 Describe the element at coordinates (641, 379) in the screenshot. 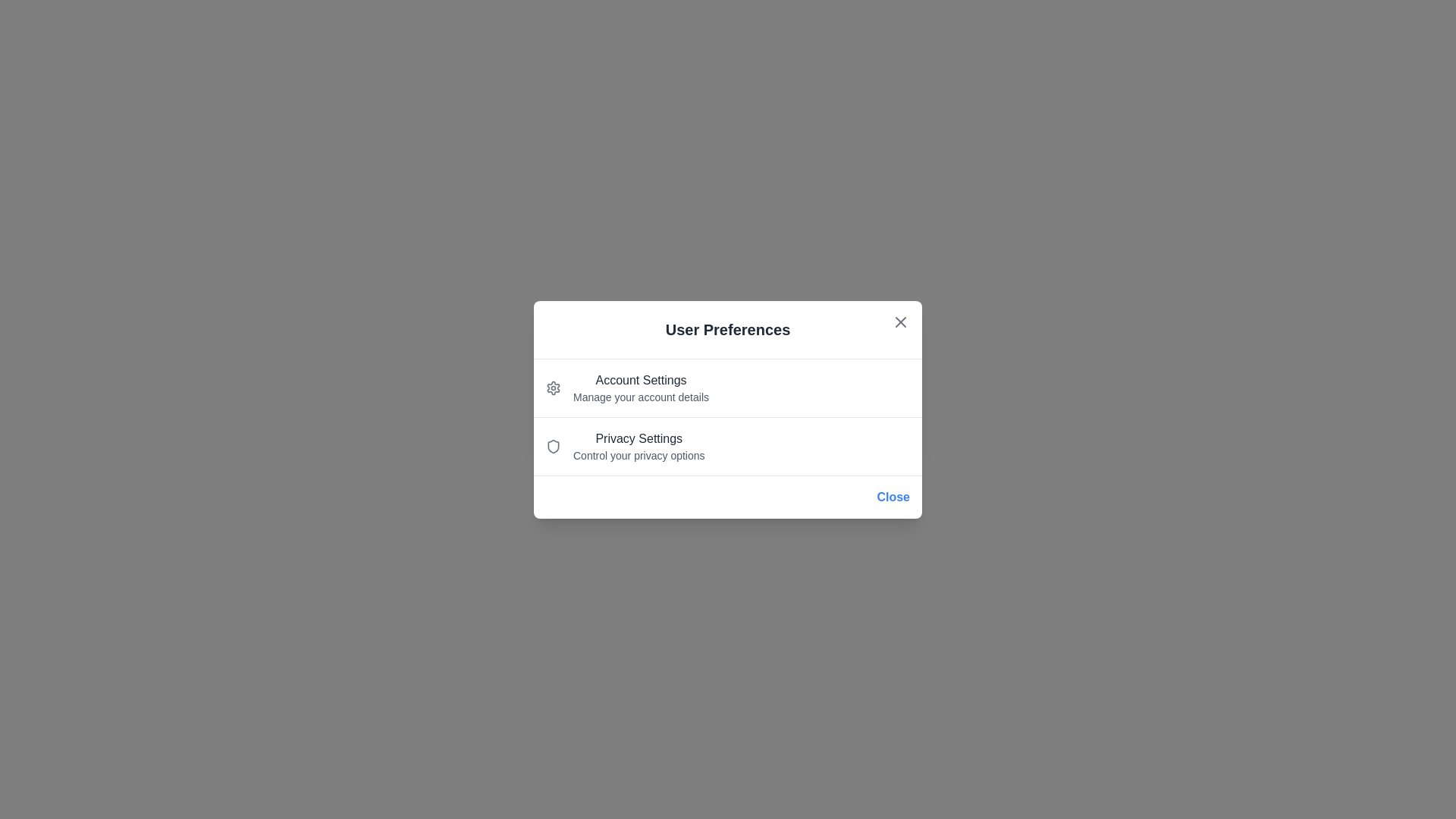

I see `the 'Account Settings' option to expand or view its details` at that location.